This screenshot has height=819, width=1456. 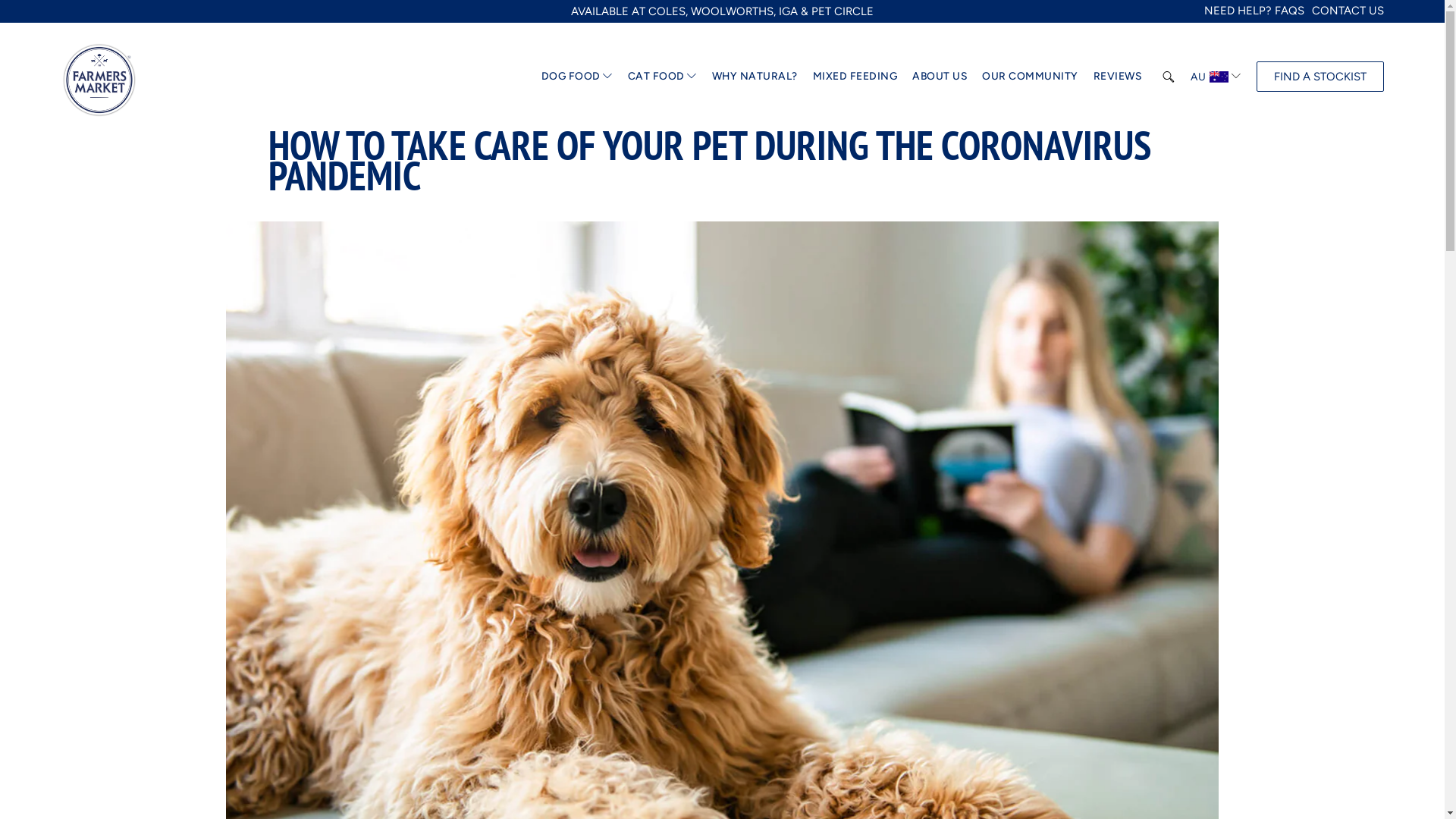 What do you see at coordinates (1254, 11) in the screenshot?
I see `'NEED HELP? FAQS'` at bounding box center [1254, 11].